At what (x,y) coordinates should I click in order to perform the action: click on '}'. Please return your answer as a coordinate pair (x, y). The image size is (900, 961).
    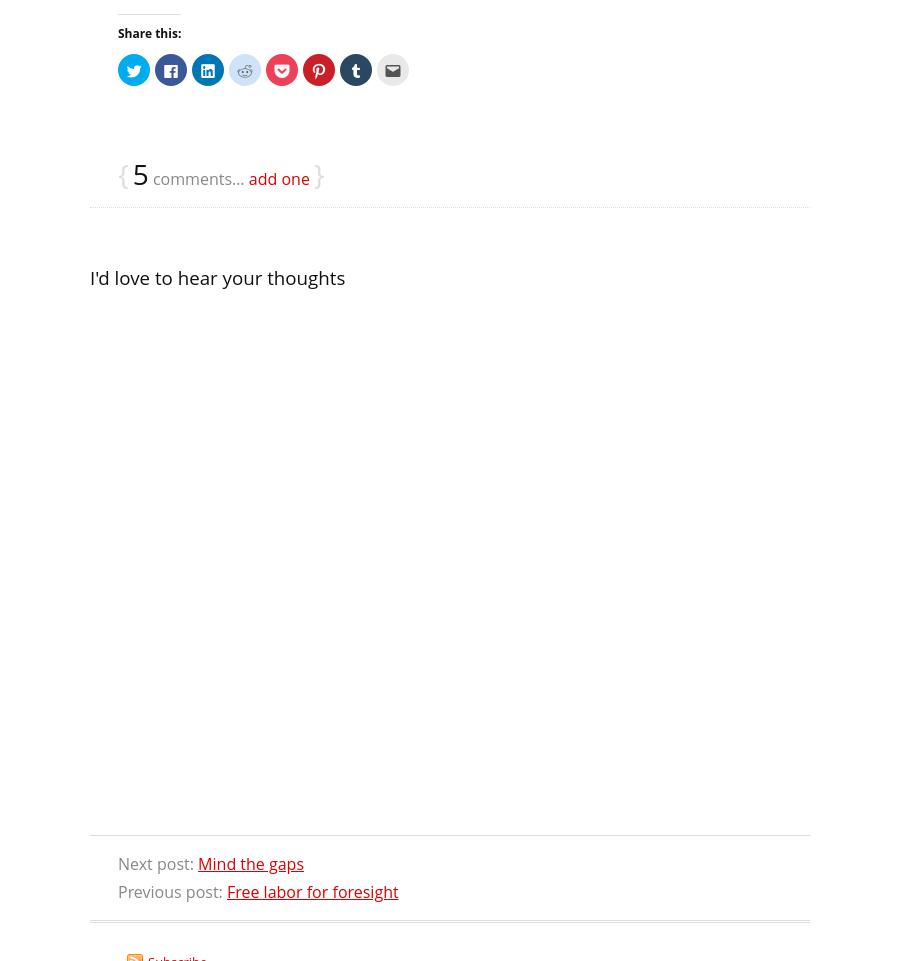
    Looking at the image, I should click on (317, 174).